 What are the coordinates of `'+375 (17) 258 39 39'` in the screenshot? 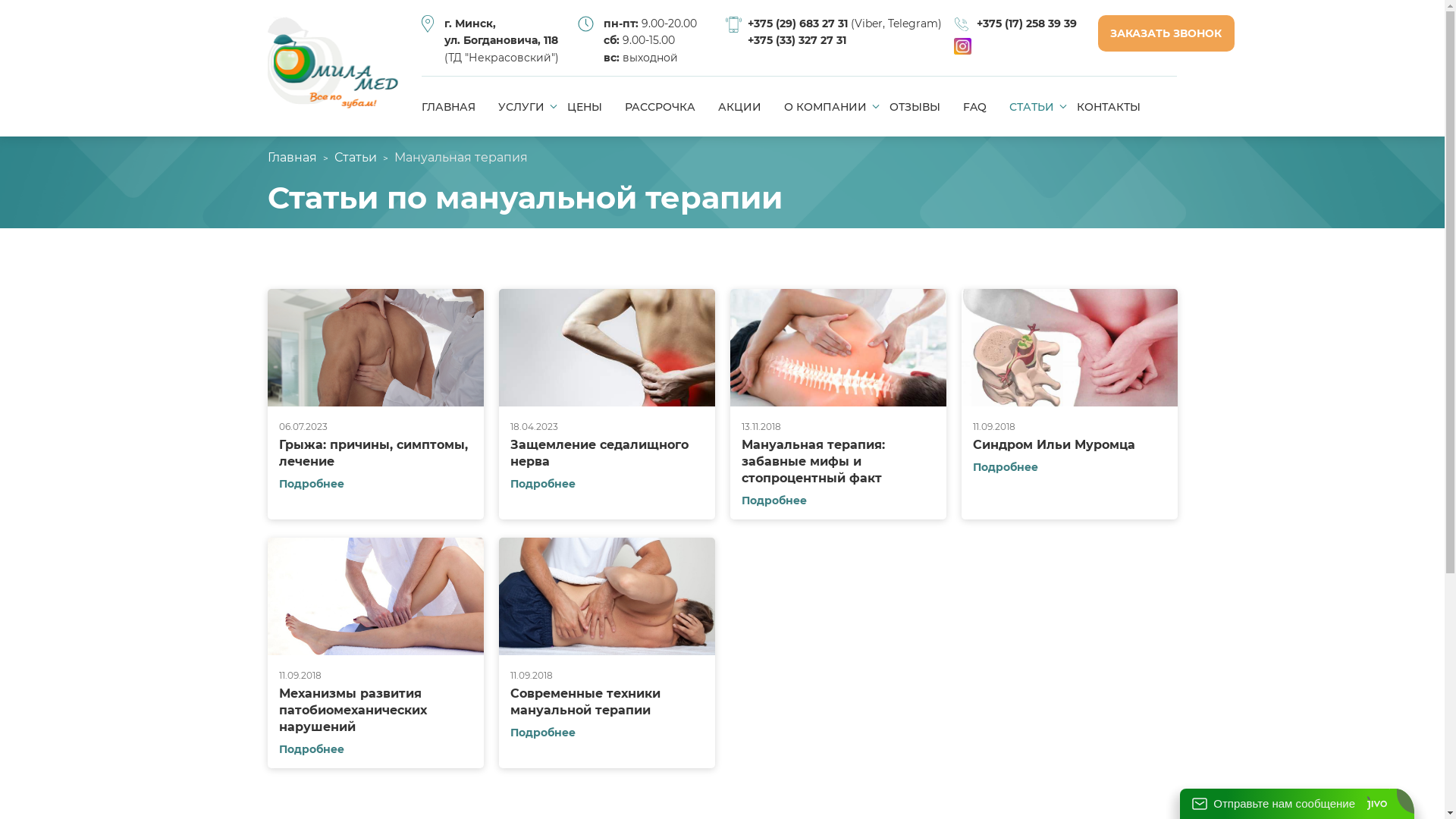 It's located at (976, 23).